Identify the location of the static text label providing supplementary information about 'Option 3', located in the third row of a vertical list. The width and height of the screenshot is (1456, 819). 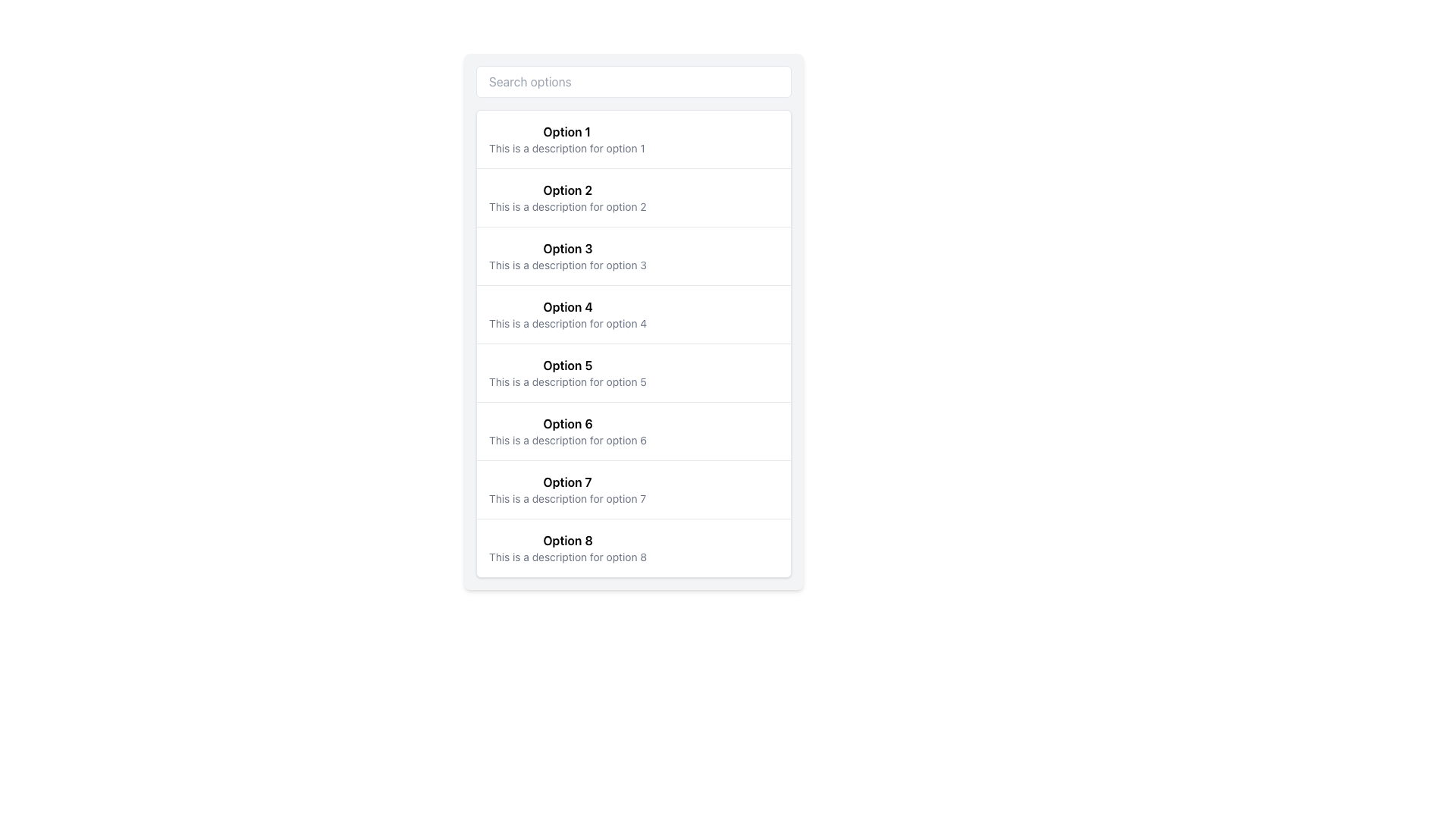
(566, 265).